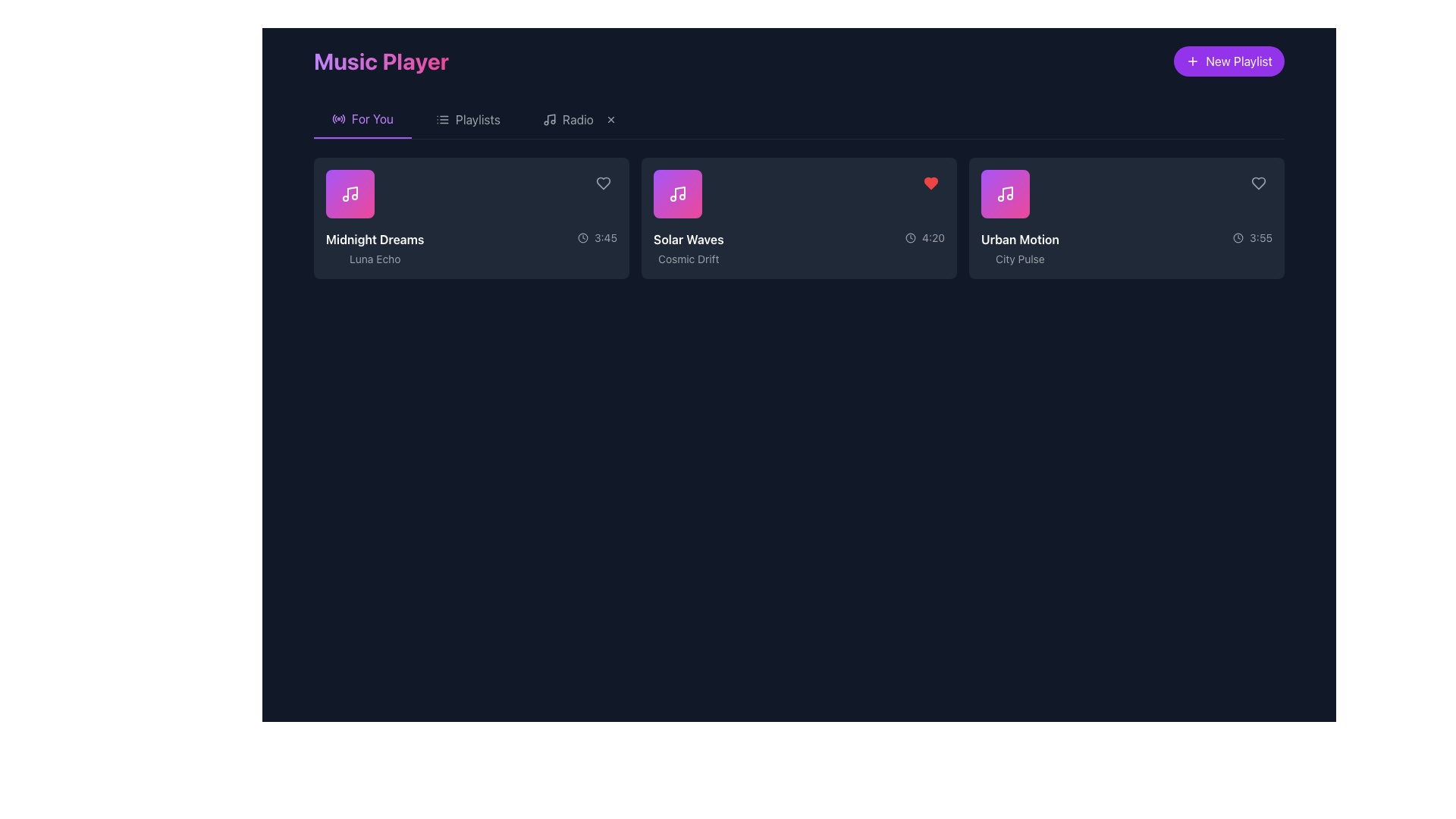  What do you see at coordinates (467, 119) in the screenshot?
I see `the 'Playlists' navigation tab, which is a horizontally aligned text label with a list icon, located centrally in the navigation menu at the top of the interface` at bounding box center [467, 119].